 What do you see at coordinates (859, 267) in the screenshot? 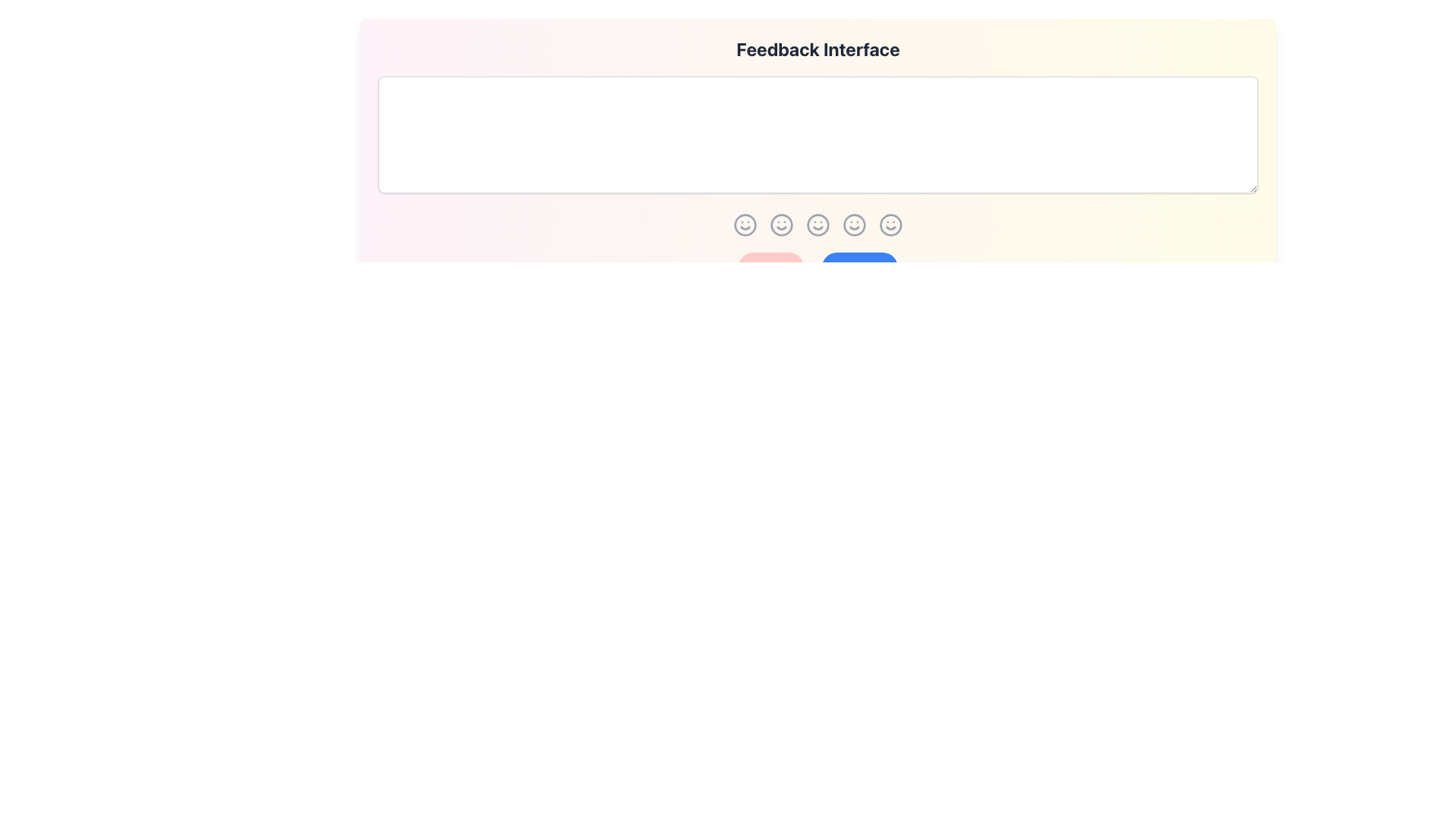
I see `the blue 'Submit' button with rounded edges` at bounding box center [859, 267].